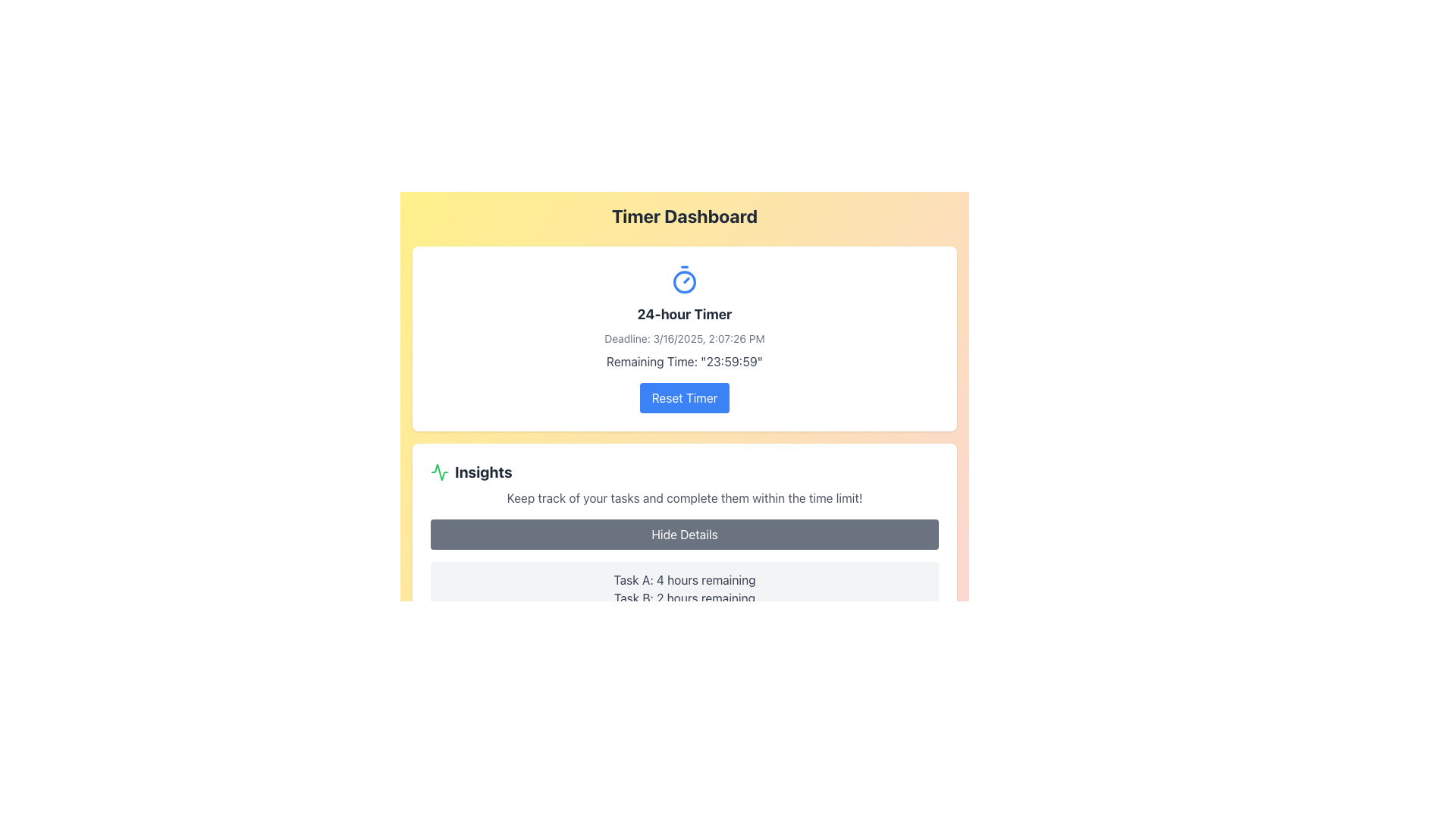 The height and width of the screenshot is (819, 1456). Describe the element at coordinates (439, 472) in the screenshot. I see `the decorative icon that represents activity or monitoring in the 'Insights' section, which is located to the left of the 'Insights' text element` at that location.